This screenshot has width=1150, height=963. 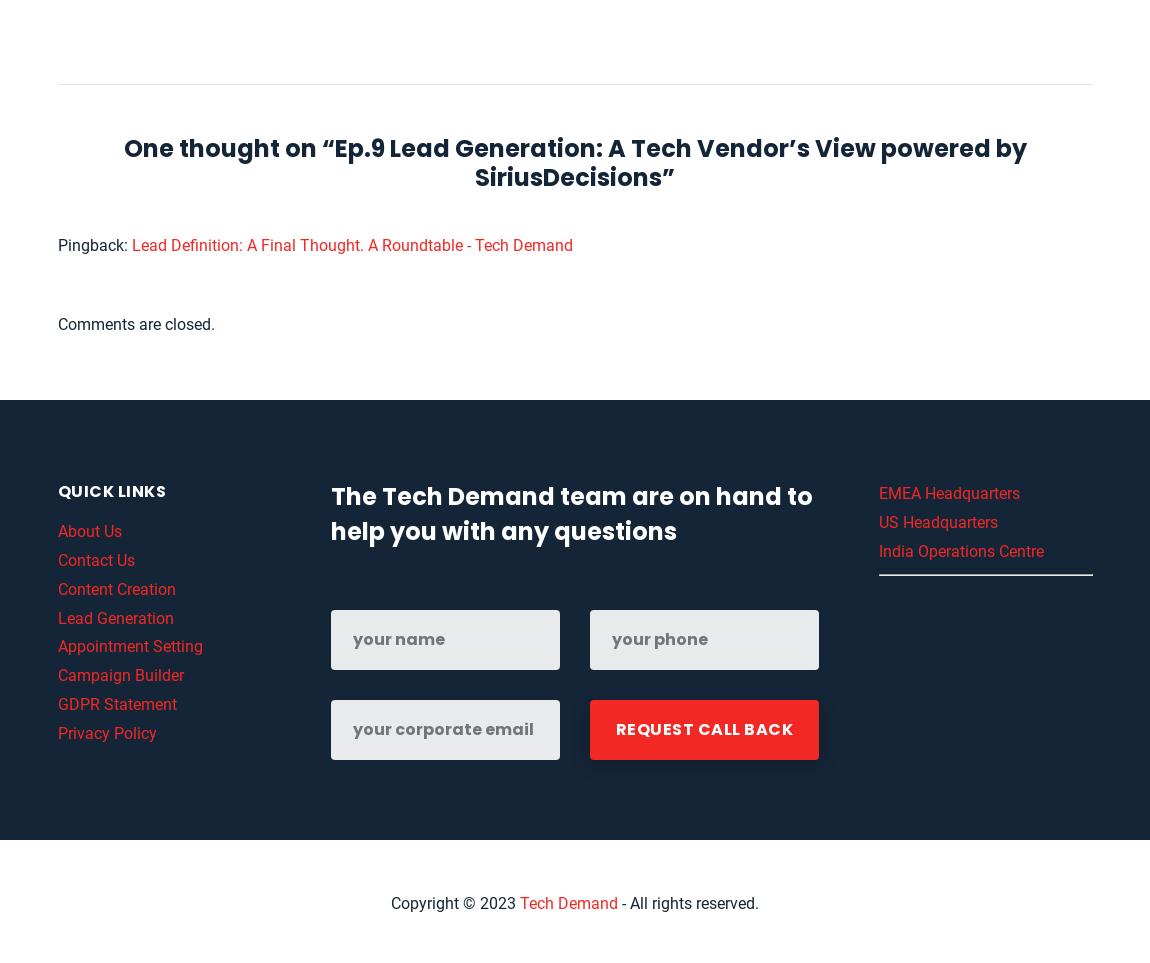 What do you see at coordinates (687, 901) in the screenshot?
I see `'- All rights reserved.'` at bounding box center [687, 901].